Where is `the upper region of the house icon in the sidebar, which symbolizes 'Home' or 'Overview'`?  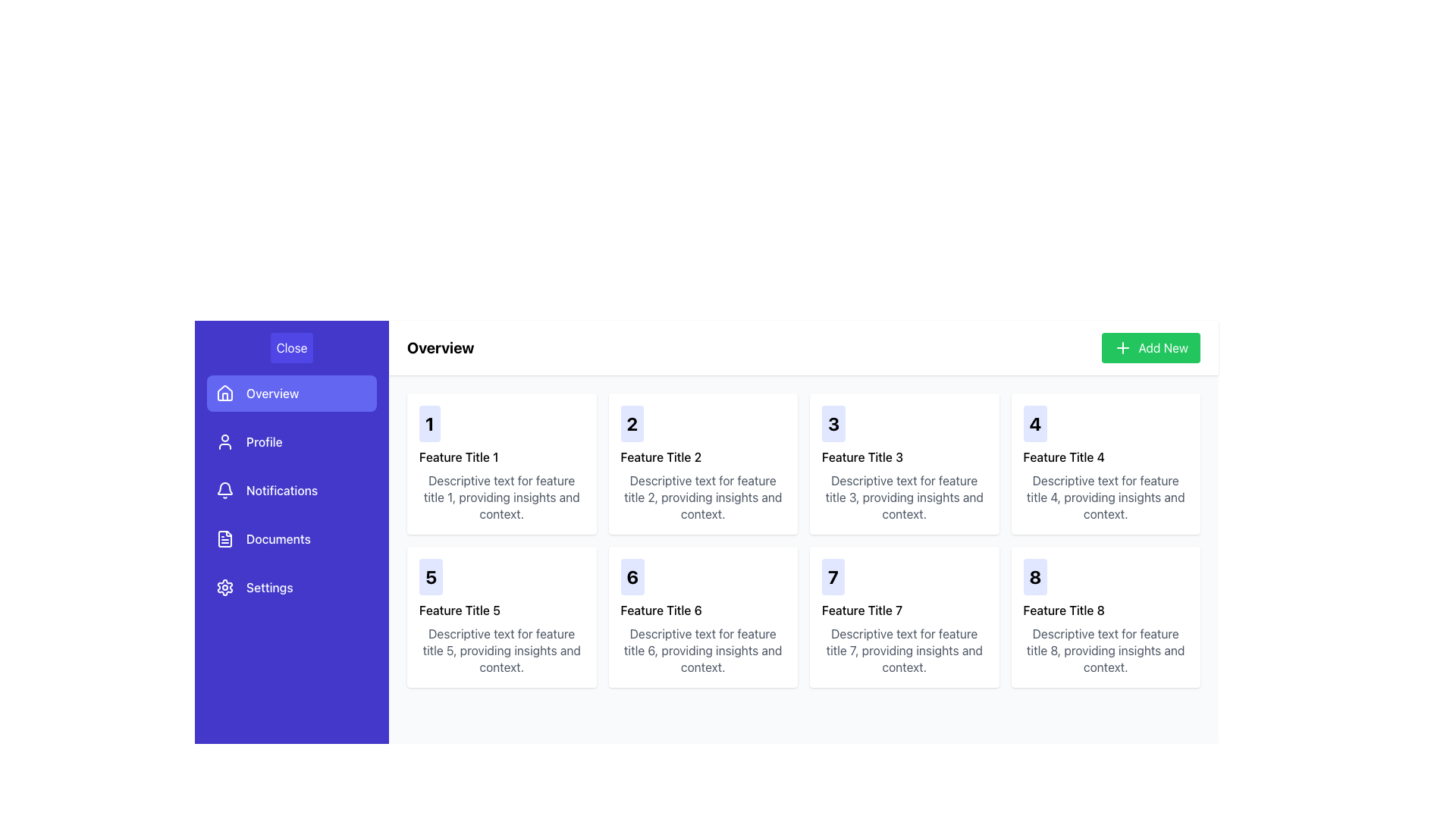
the upper region of the house icon in the sidebar, which symbolizes 'Home' or 'Overview' is located at coordinates (224, 391).